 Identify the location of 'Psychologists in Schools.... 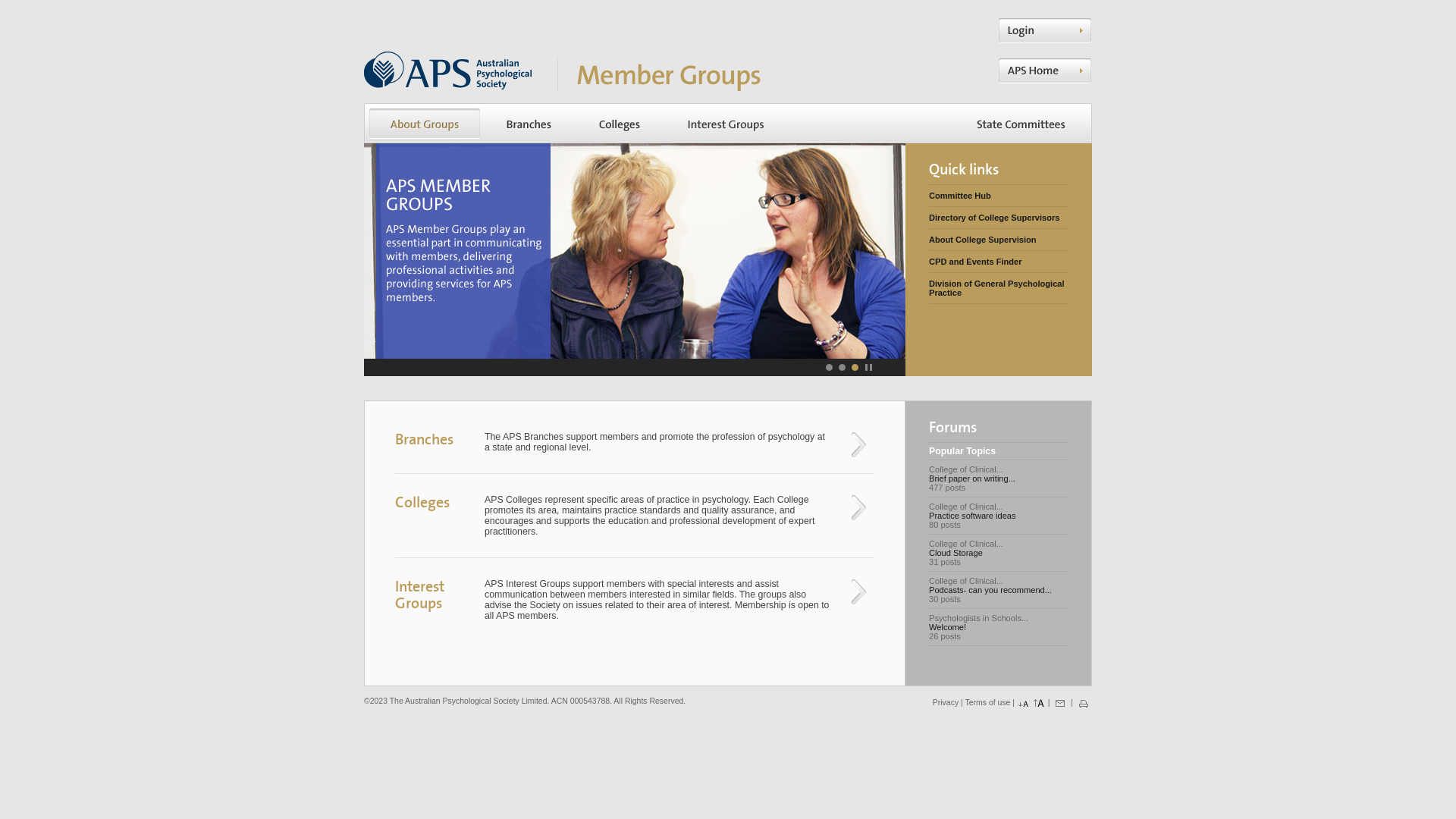
(998, 626).